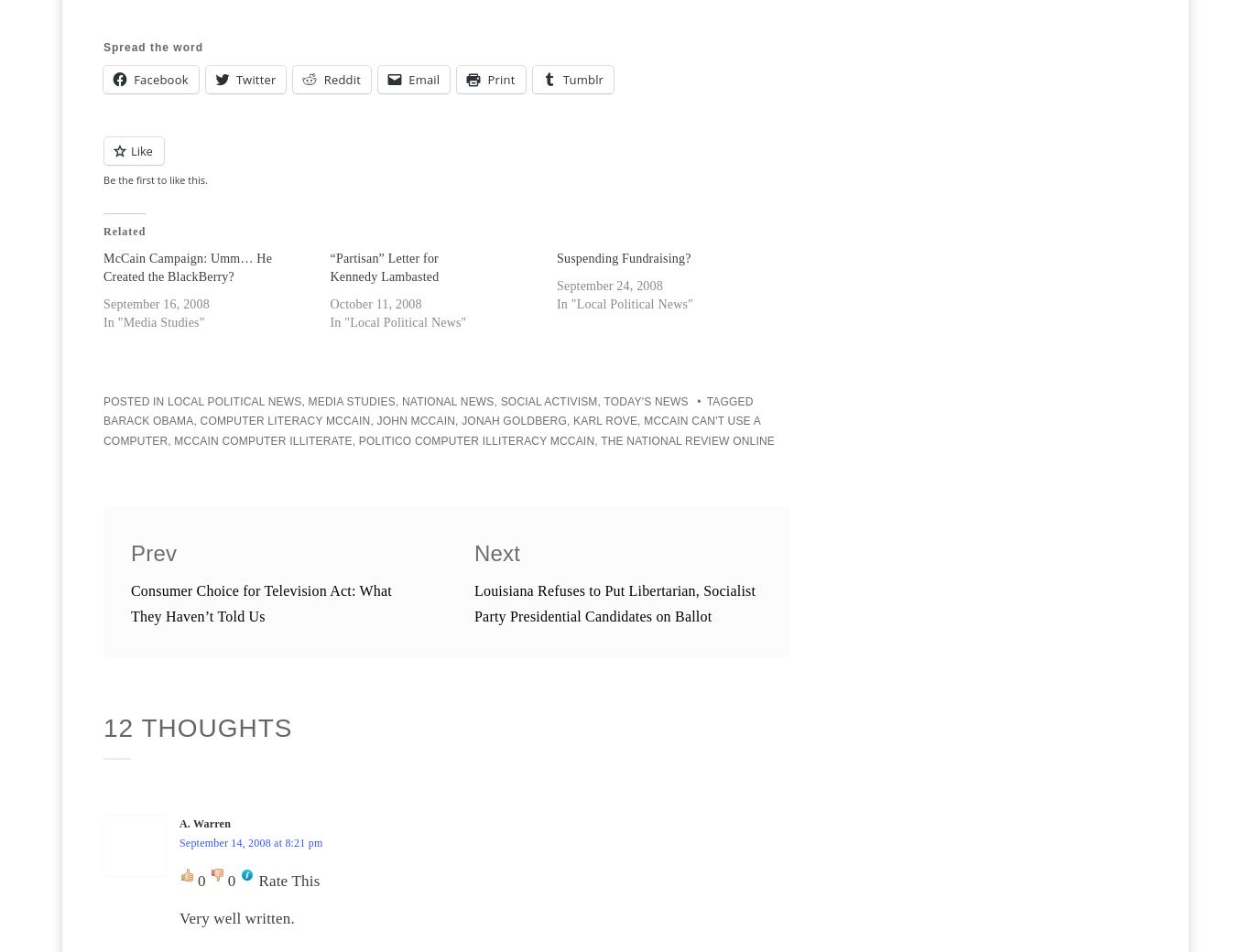 This screenshot has width=1251, height=952. What do you see at coordinates (260, 603) in the screenshot?
I see `'Consumer Choice for Television Act: What They Haven’t Told Us'` at bounding box center [260, 603].